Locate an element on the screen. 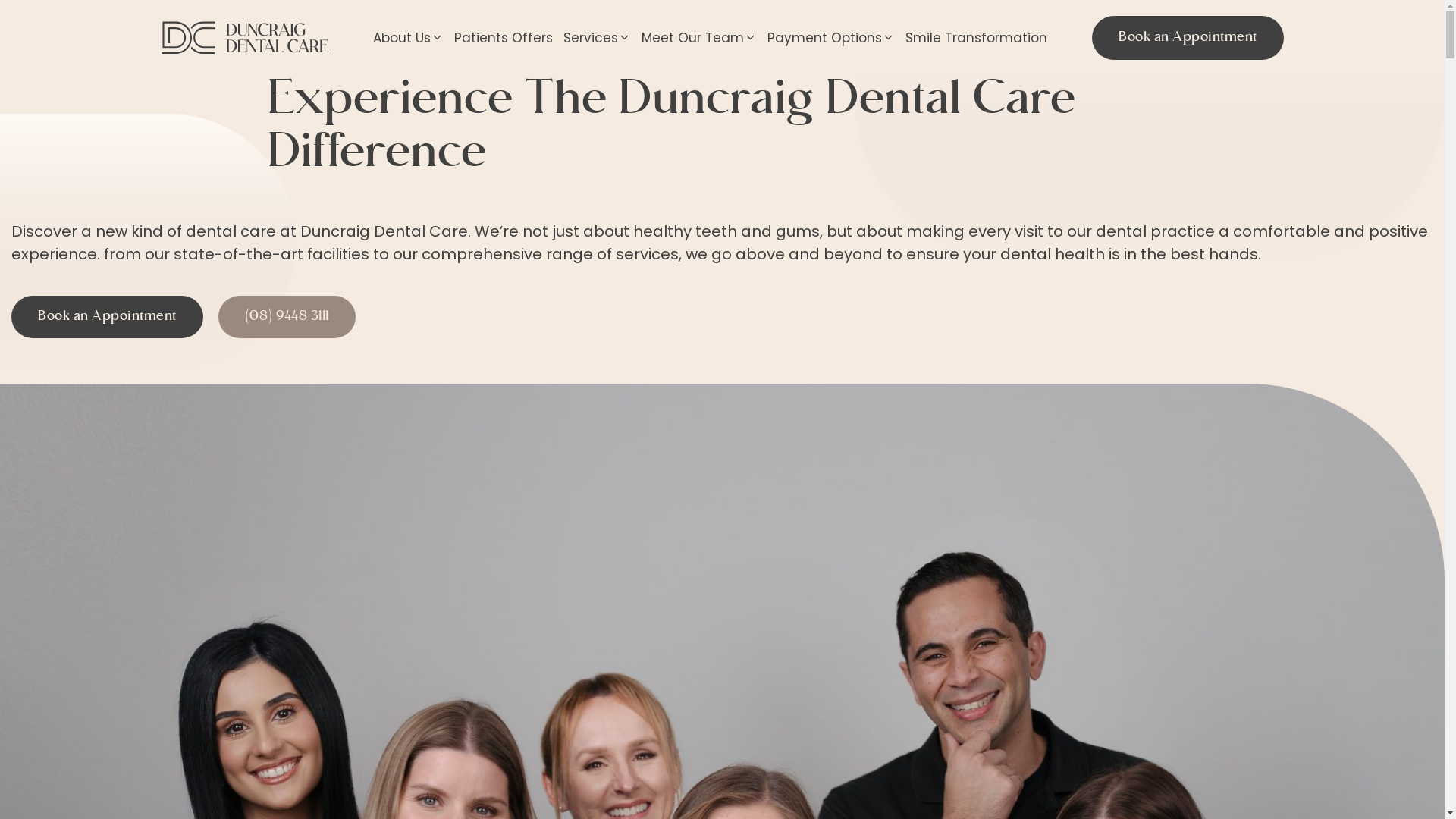  'Smile Transformation' is located at coordinates (976, 37).